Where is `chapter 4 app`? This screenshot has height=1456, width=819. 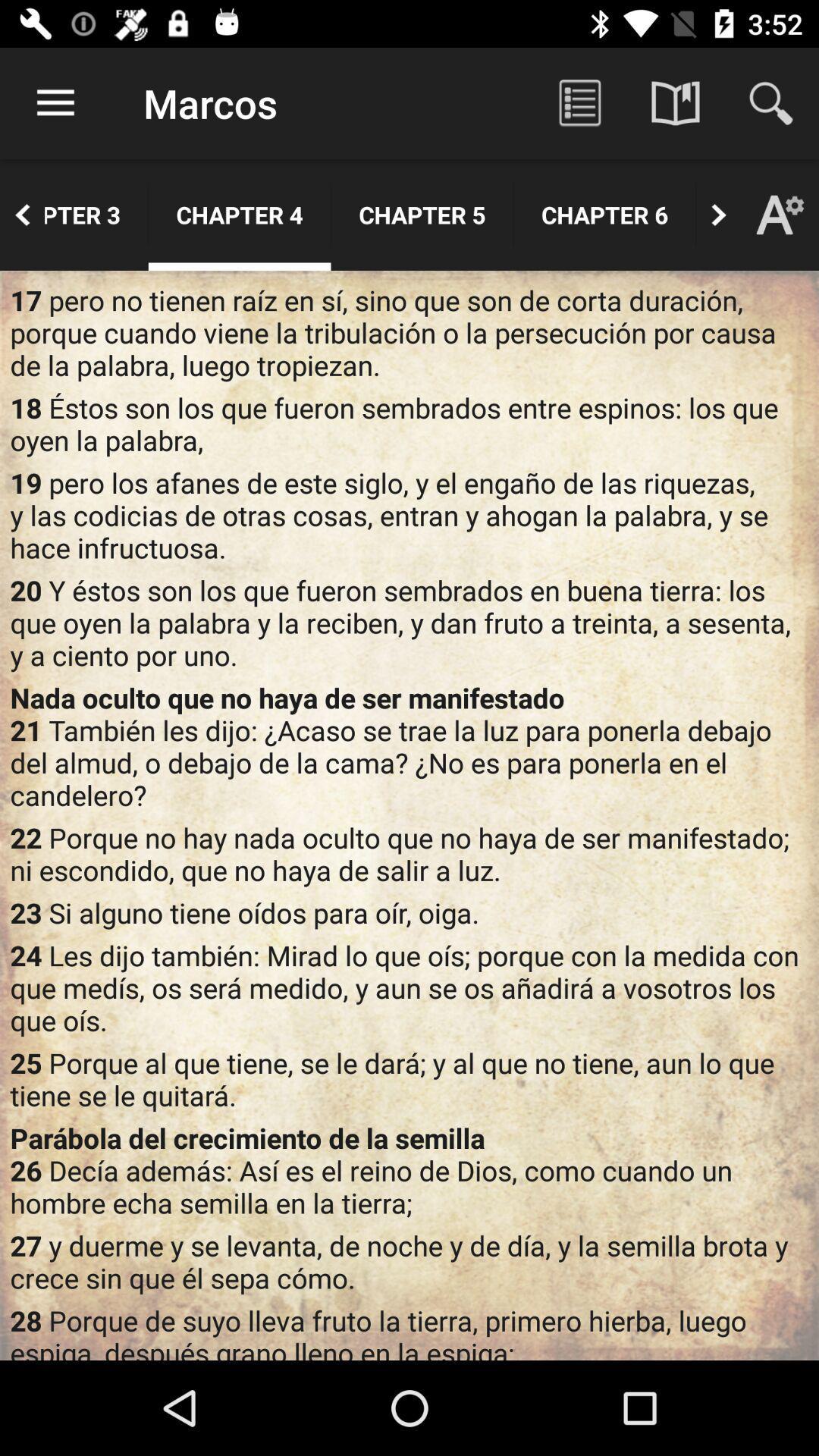
chapter 4 app is located at coordinates (239, 214).